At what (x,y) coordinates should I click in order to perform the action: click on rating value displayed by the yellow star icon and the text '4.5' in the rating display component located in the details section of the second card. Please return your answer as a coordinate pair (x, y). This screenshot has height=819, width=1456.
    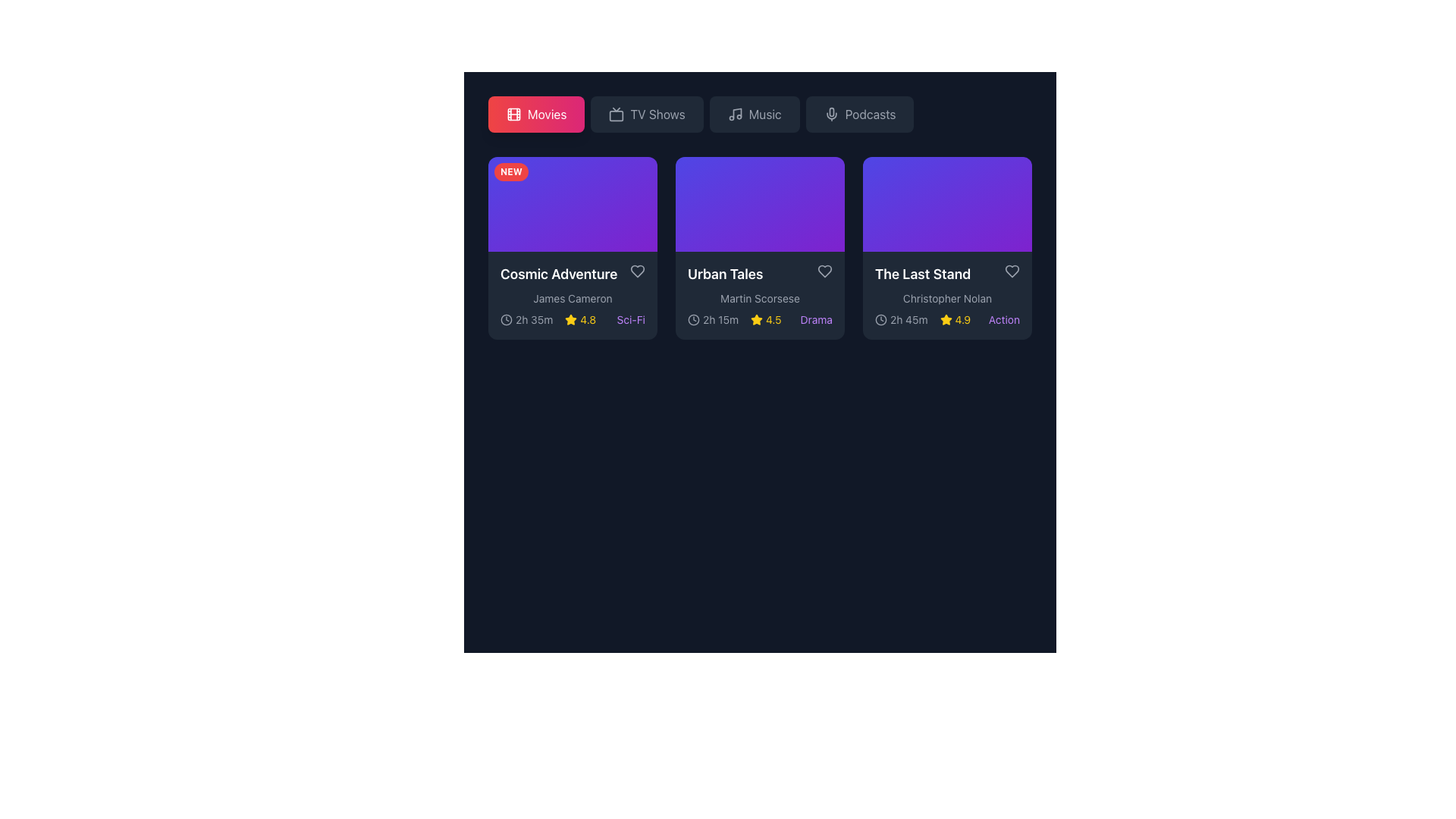
    Looking at the image, I should click on (766, 319).